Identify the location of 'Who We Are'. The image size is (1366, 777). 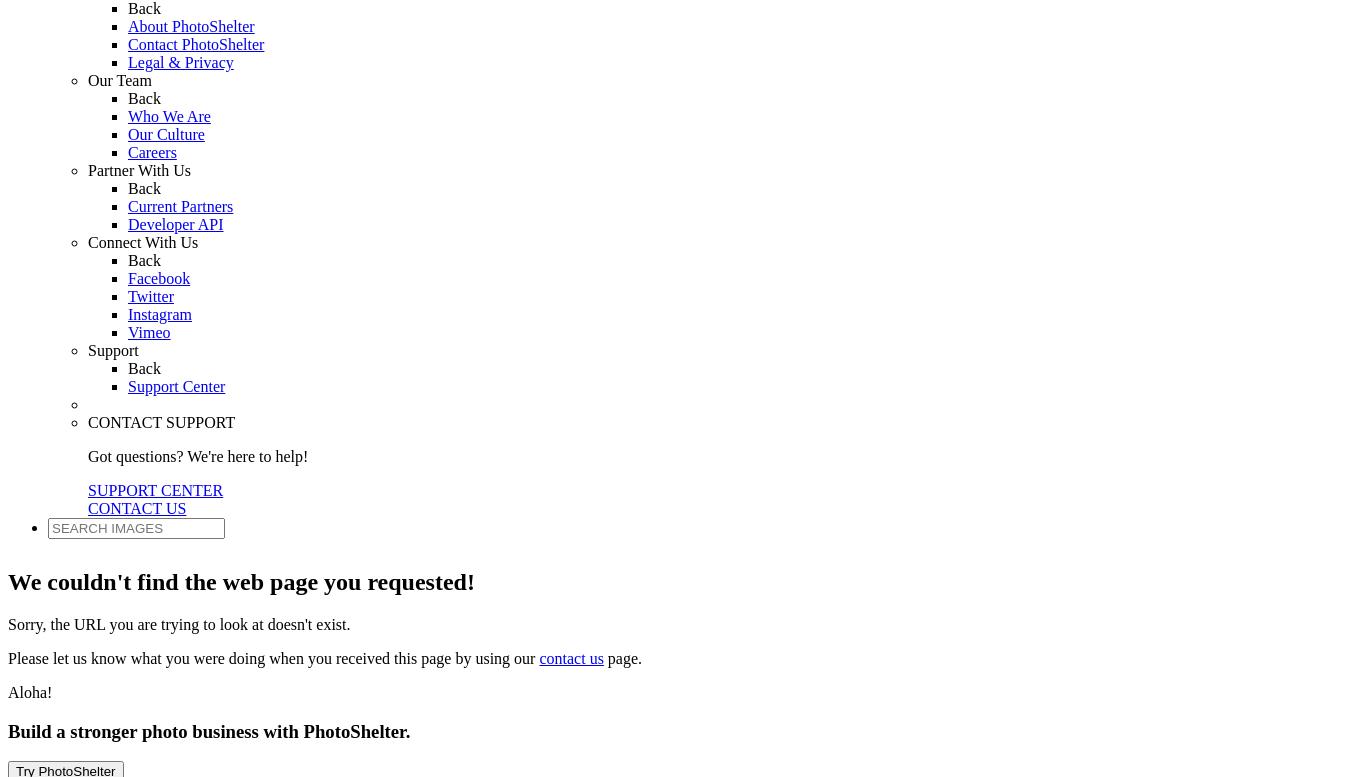
(167, 115).